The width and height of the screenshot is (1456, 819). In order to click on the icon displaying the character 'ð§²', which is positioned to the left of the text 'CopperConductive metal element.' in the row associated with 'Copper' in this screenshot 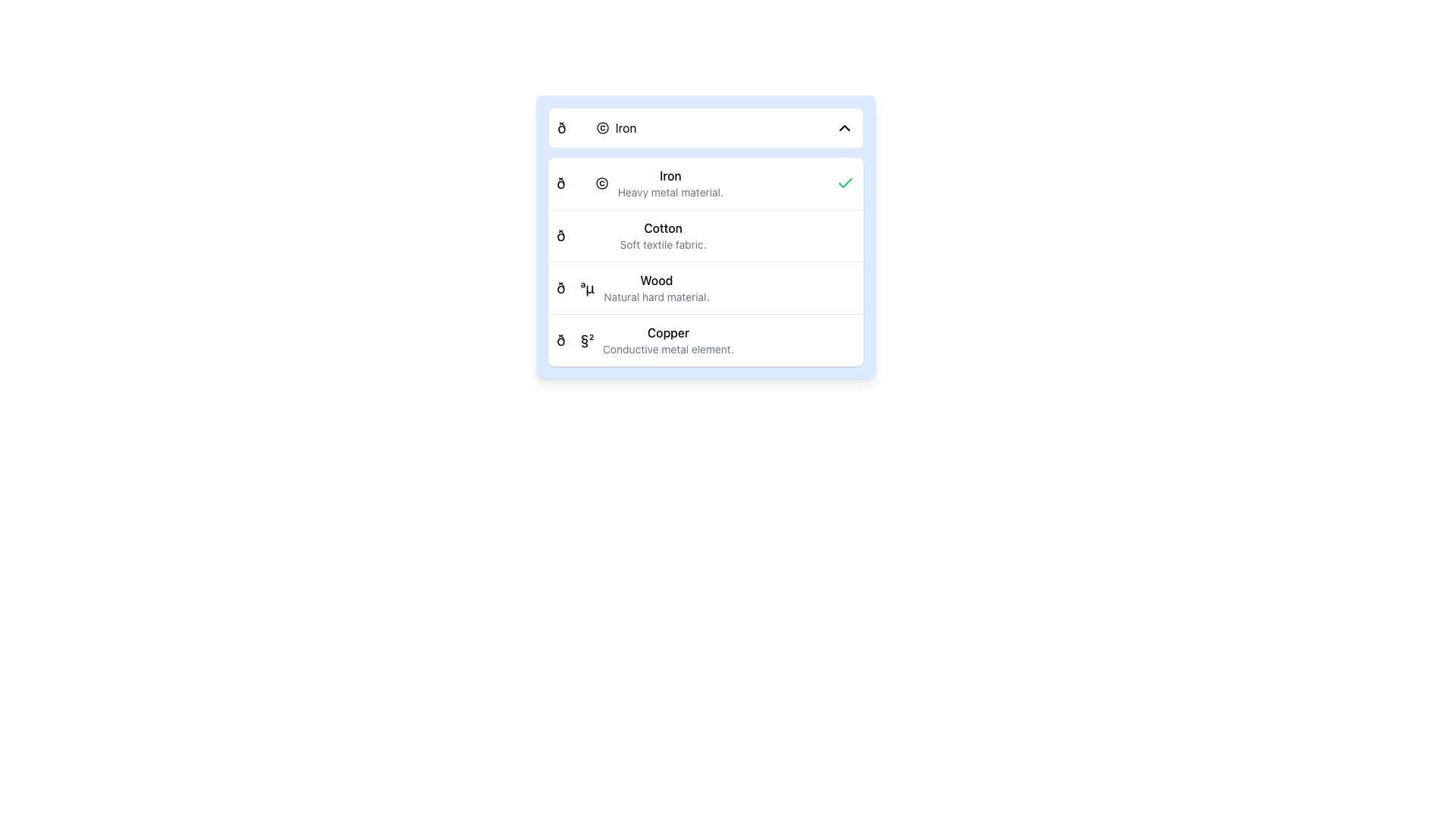, I will do `click(574, 339)`.